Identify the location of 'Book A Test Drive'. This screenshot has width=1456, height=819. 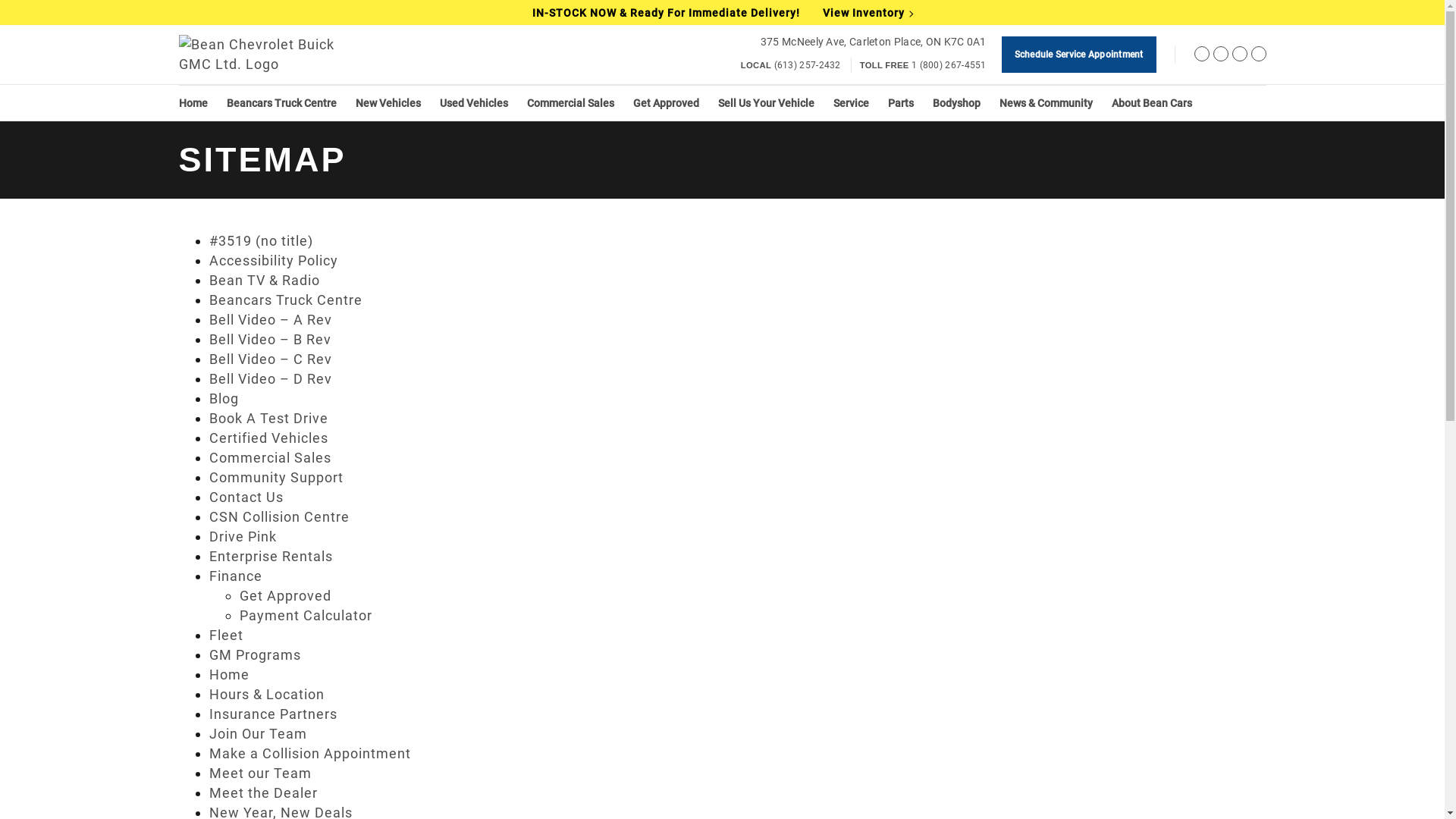
(268, 418).